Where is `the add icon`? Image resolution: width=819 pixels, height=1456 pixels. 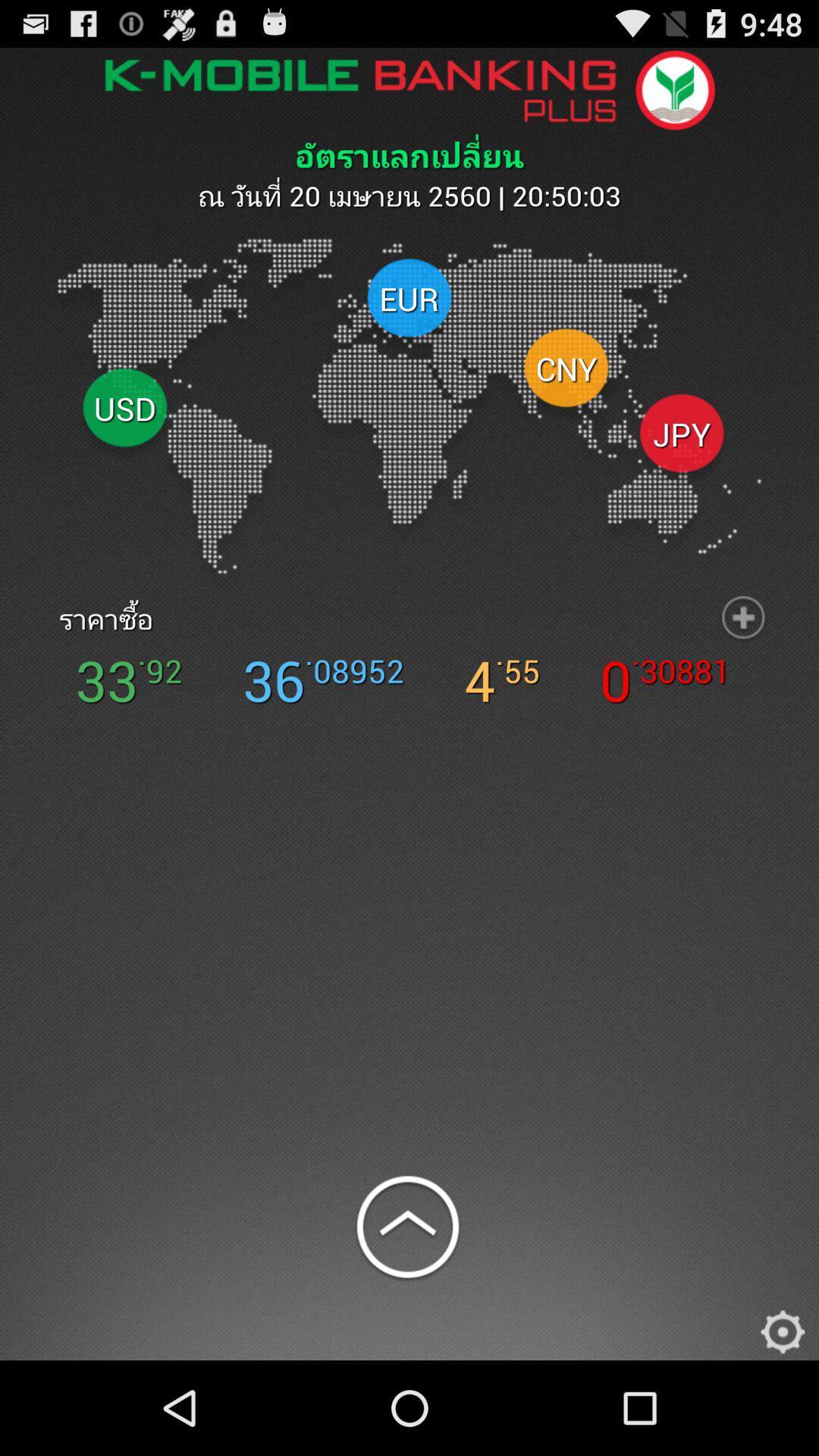 the add icon is located at coordinates (742, 662).